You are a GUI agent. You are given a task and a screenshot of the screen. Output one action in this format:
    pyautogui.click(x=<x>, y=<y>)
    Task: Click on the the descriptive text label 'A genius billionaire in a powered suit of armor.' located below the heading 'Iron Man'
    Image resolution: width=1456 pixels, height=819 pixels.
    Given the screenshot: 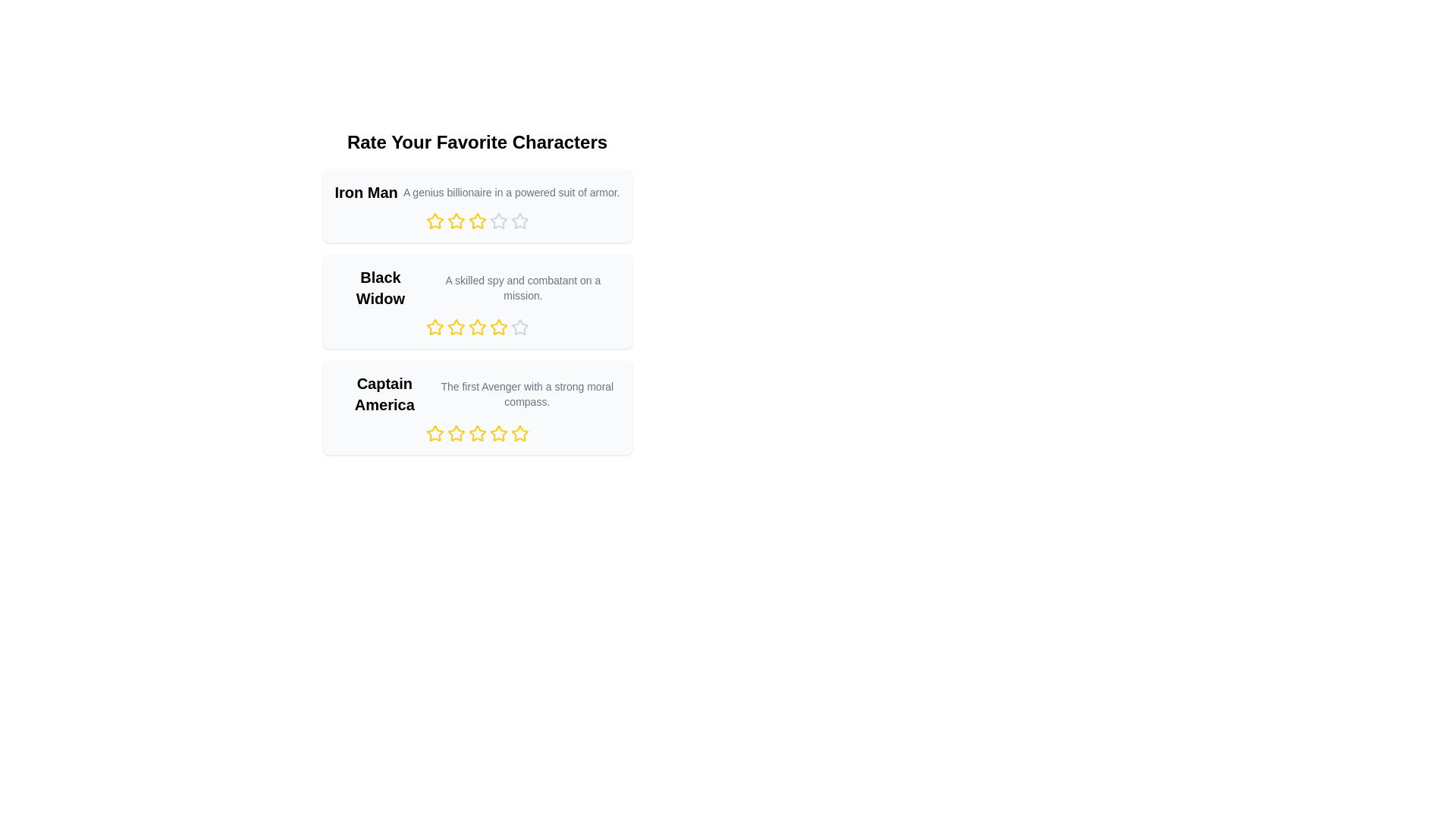 What is the action you would take?
    pyautogui.click(x=511, y=192)
    